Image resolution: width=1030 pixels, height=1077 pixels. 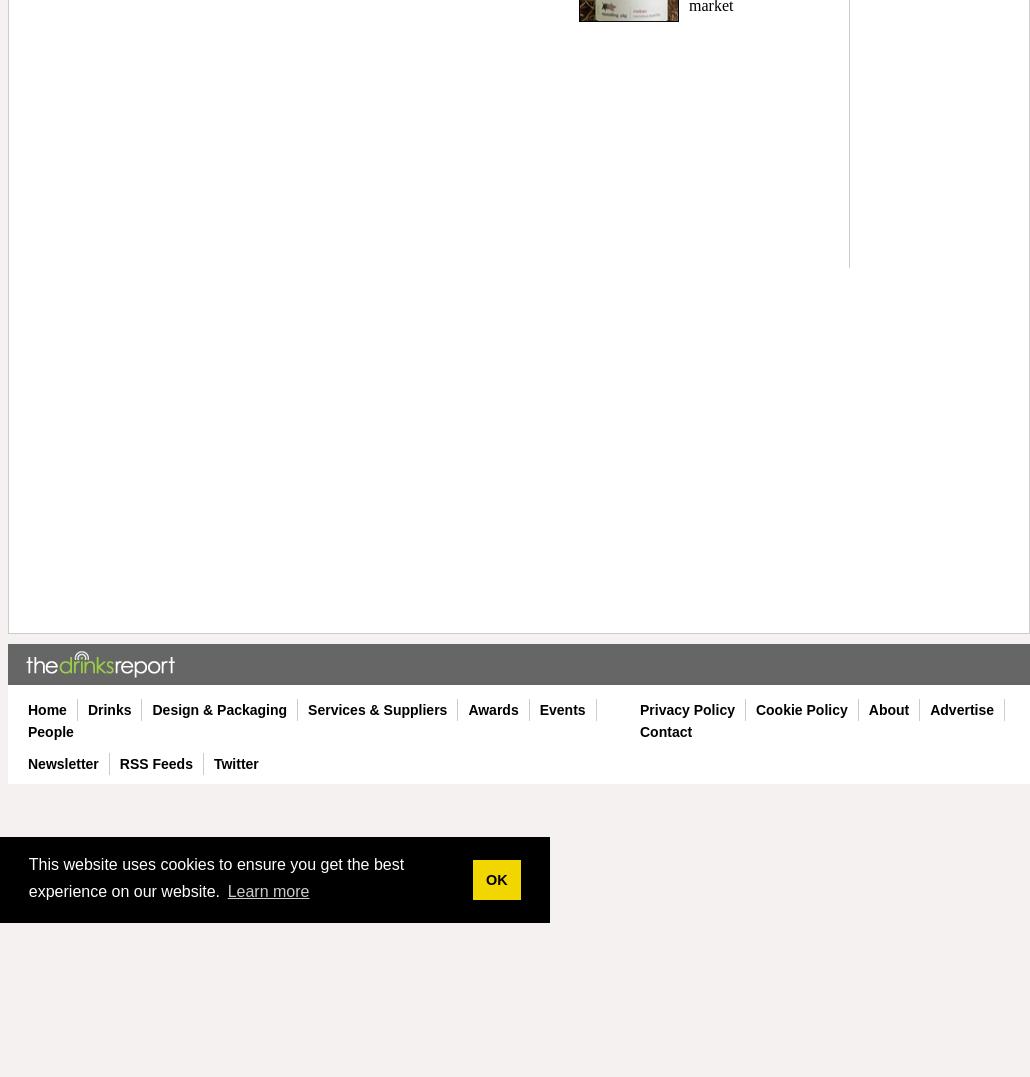 What do you see at coordinates (107, 709) in the screenshot?
I see `'Drinks'` at bounding box center [107, 709].